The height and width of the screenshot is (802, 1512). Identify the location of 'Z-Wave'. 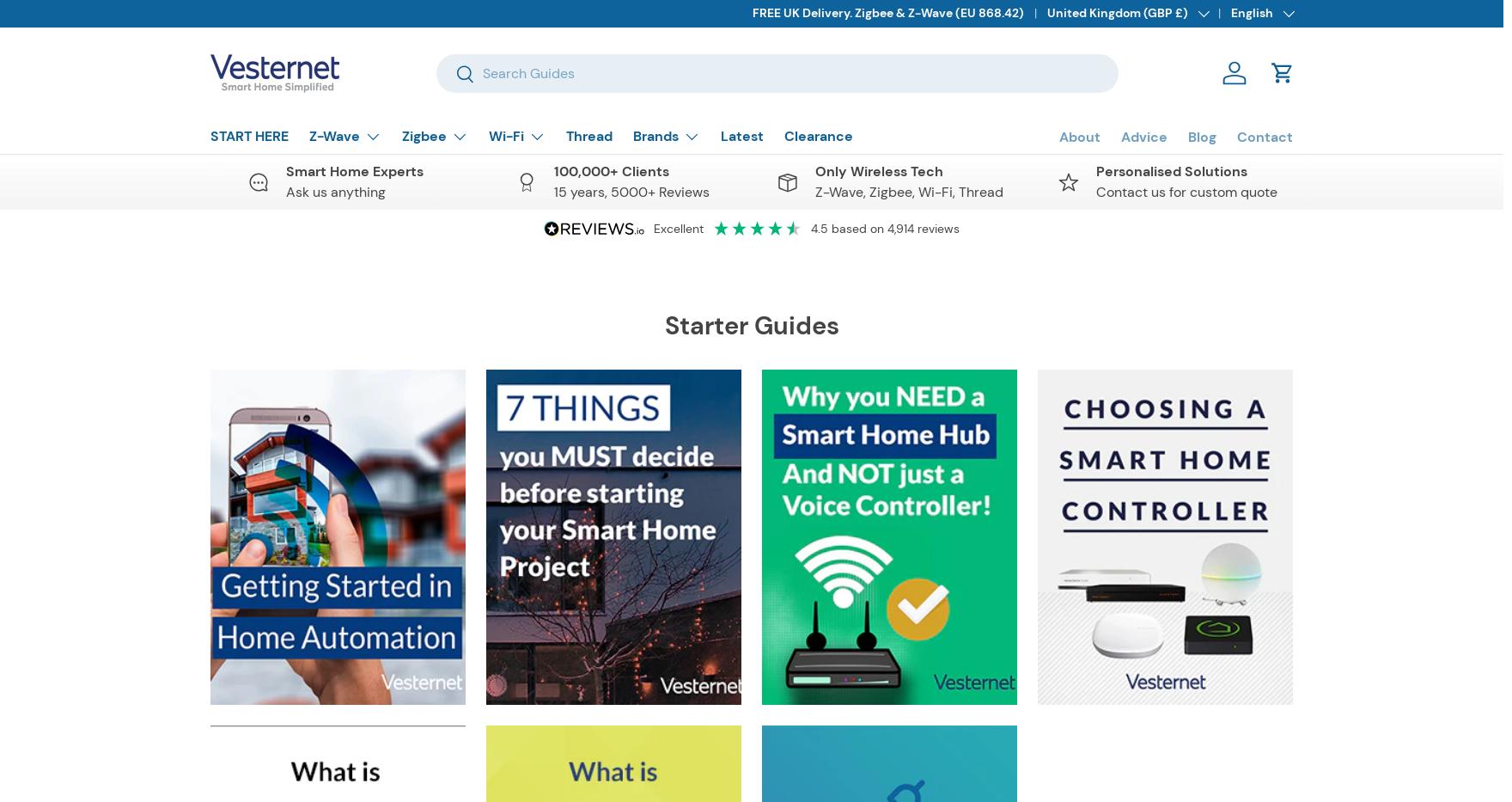
(333, 136).